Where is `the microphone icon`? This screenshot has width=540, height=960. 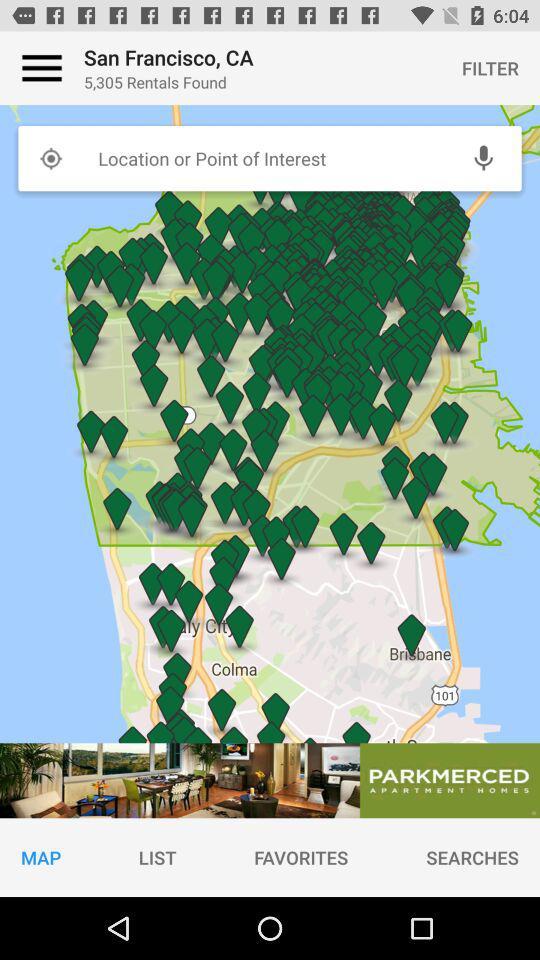 the microphone icon is located at coordinates (482, 157).